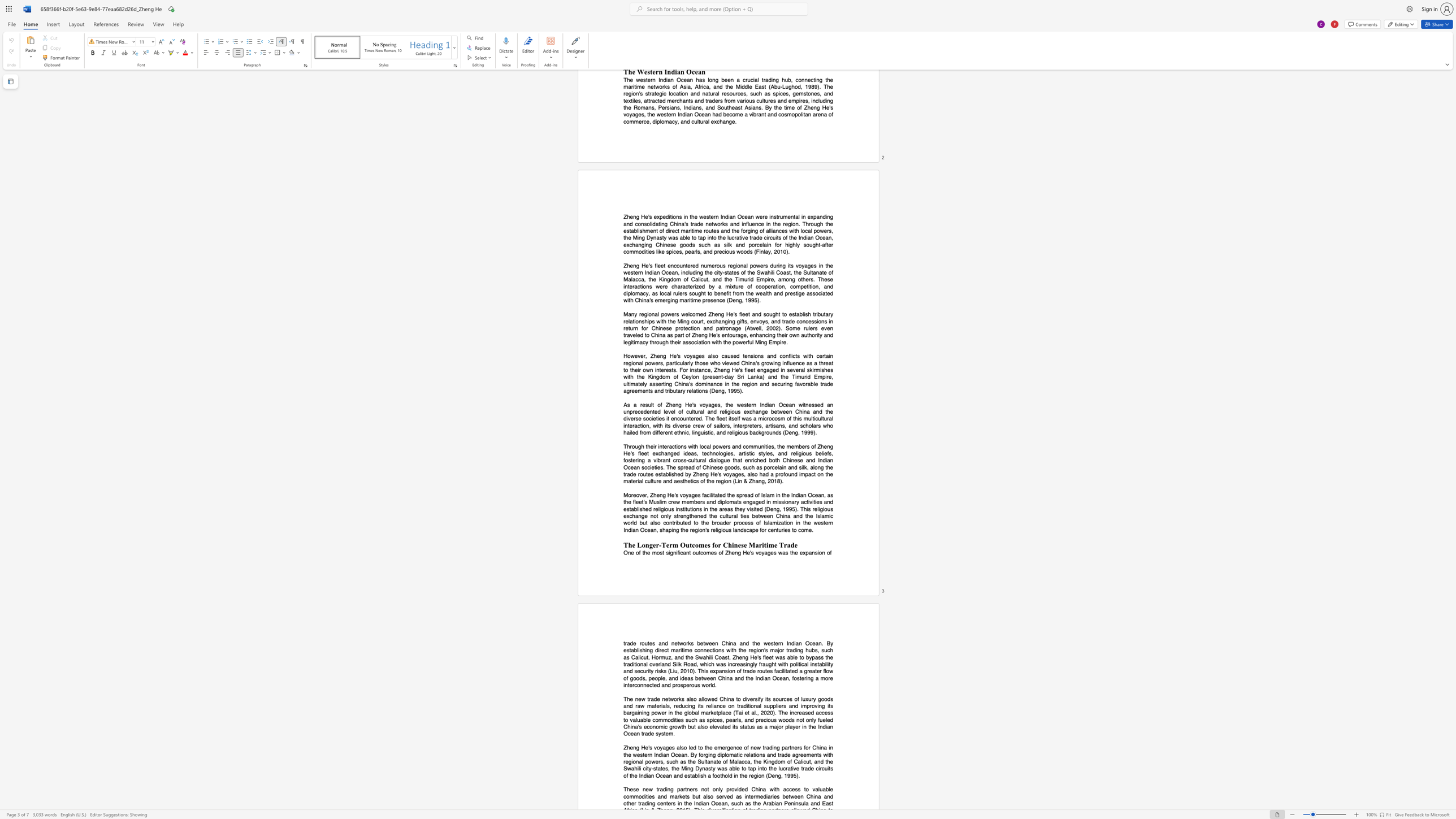  Describe the element at coordinates (811, 768) in the screenshot. I see `the space between the continuous character "d" and "e" in the text` at that location.